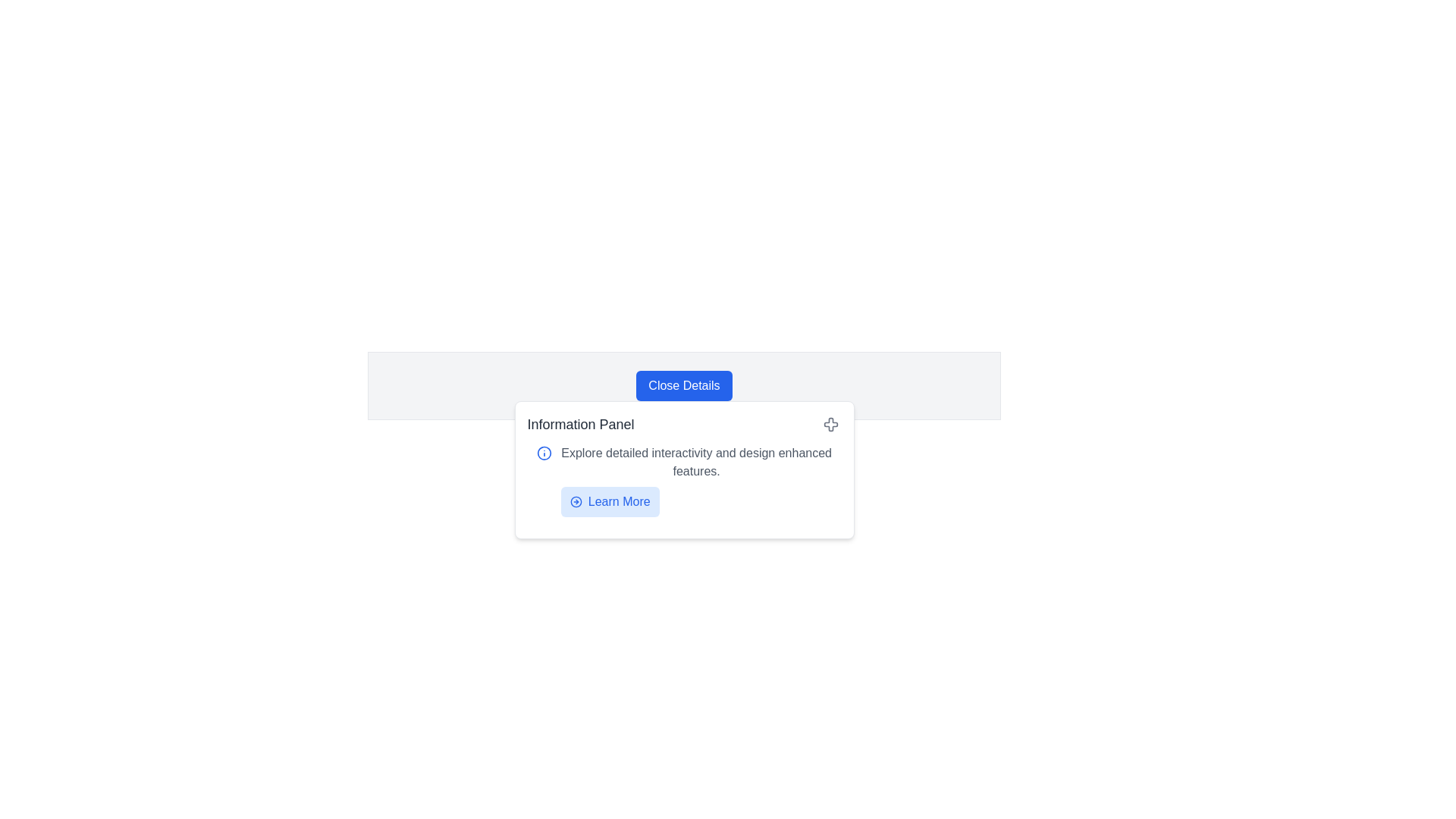 This screenshot has height=819, width=1456. Describe the element at coordinates (683, 385) in the screenshot. I see `the blue button labeled 'Close Details' to observe any styling changes` at that location.